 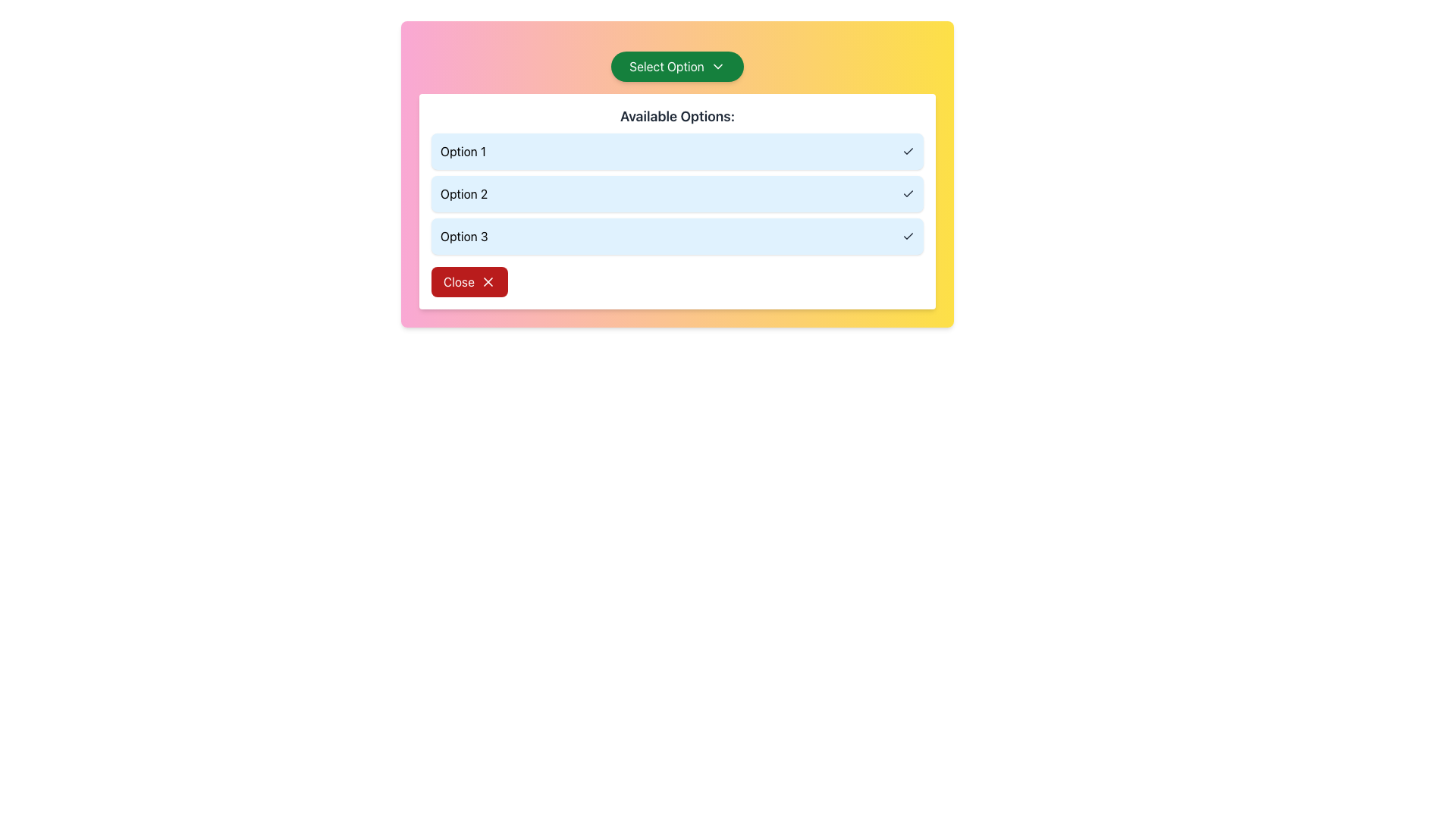 What do you see at coordinates (908, 152) in the screenshot?
I see `the active selection icon for 'Option 1' located at the right-end of the list item` at bounding box center [908, 152].